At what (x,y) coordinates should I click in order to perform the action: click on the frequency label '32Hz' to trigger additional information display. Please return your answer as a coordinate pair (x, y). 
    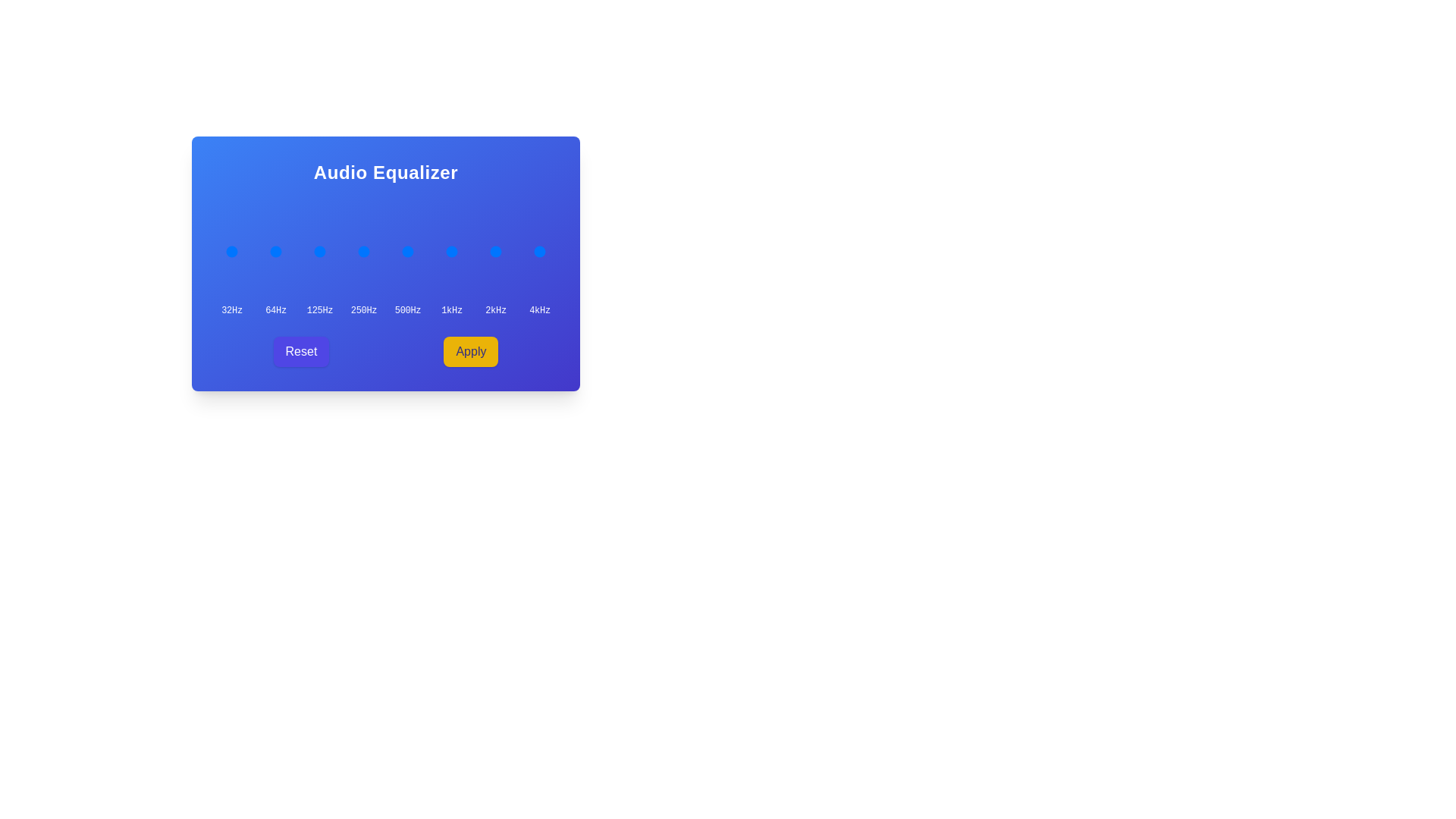
    Looking at the image, I should click on (231, 259).